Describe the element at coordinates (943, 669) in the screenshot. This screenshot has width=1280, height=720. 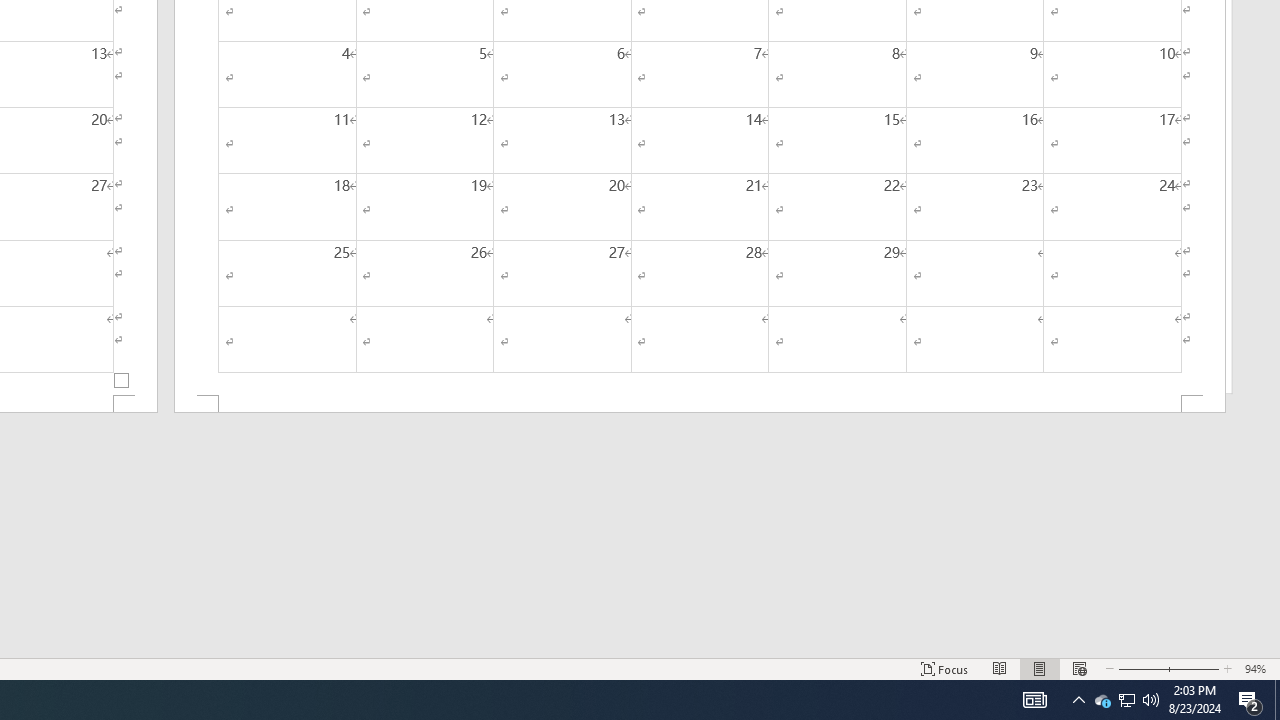
I see `'Focus '` at that location.